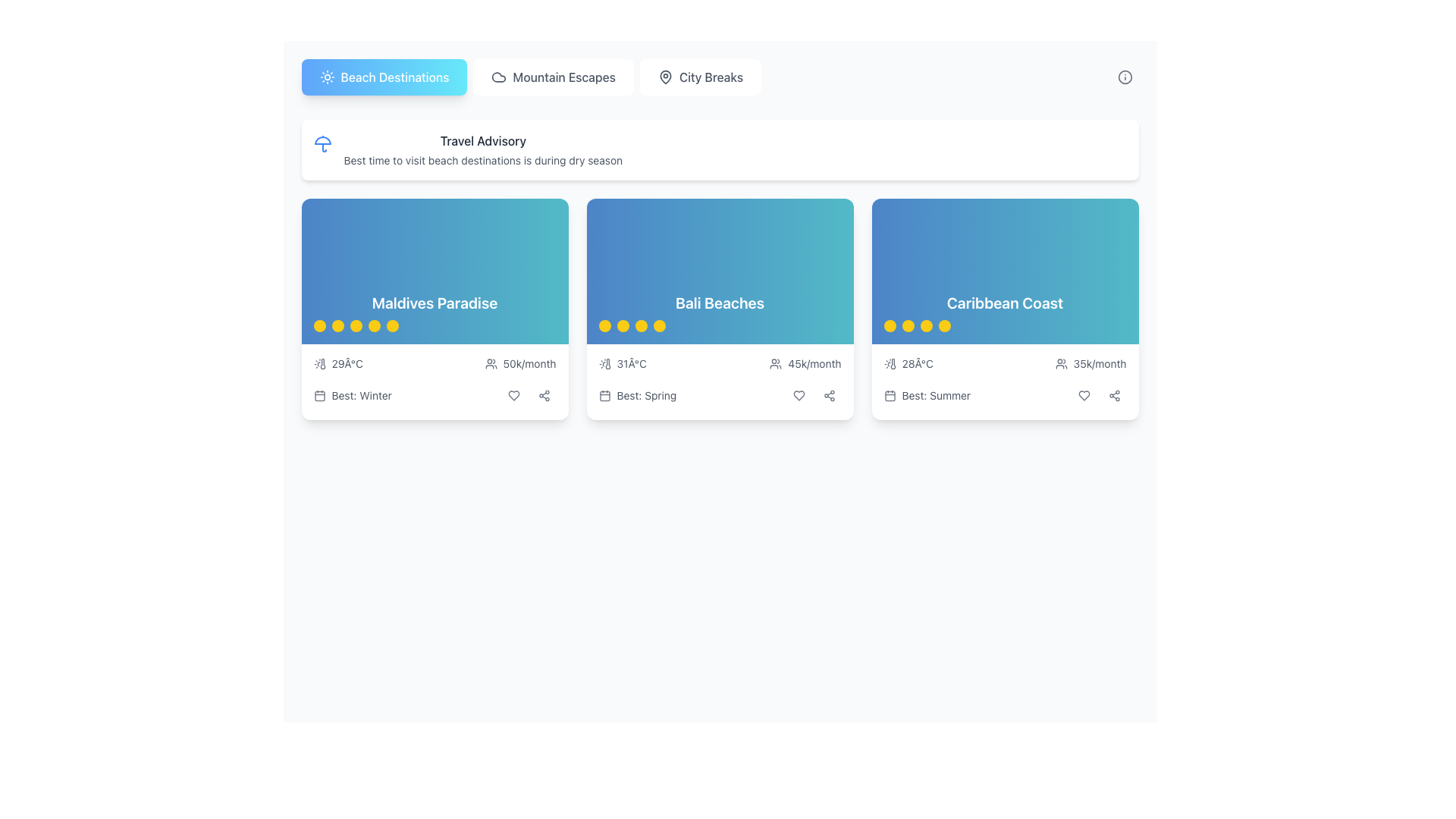 The image size is (1456, 819). I want to click on the heart-shaped icon with a gray outline located beneath the 'Caribbean Coast' card in the grid layout, so click(1083, 394).